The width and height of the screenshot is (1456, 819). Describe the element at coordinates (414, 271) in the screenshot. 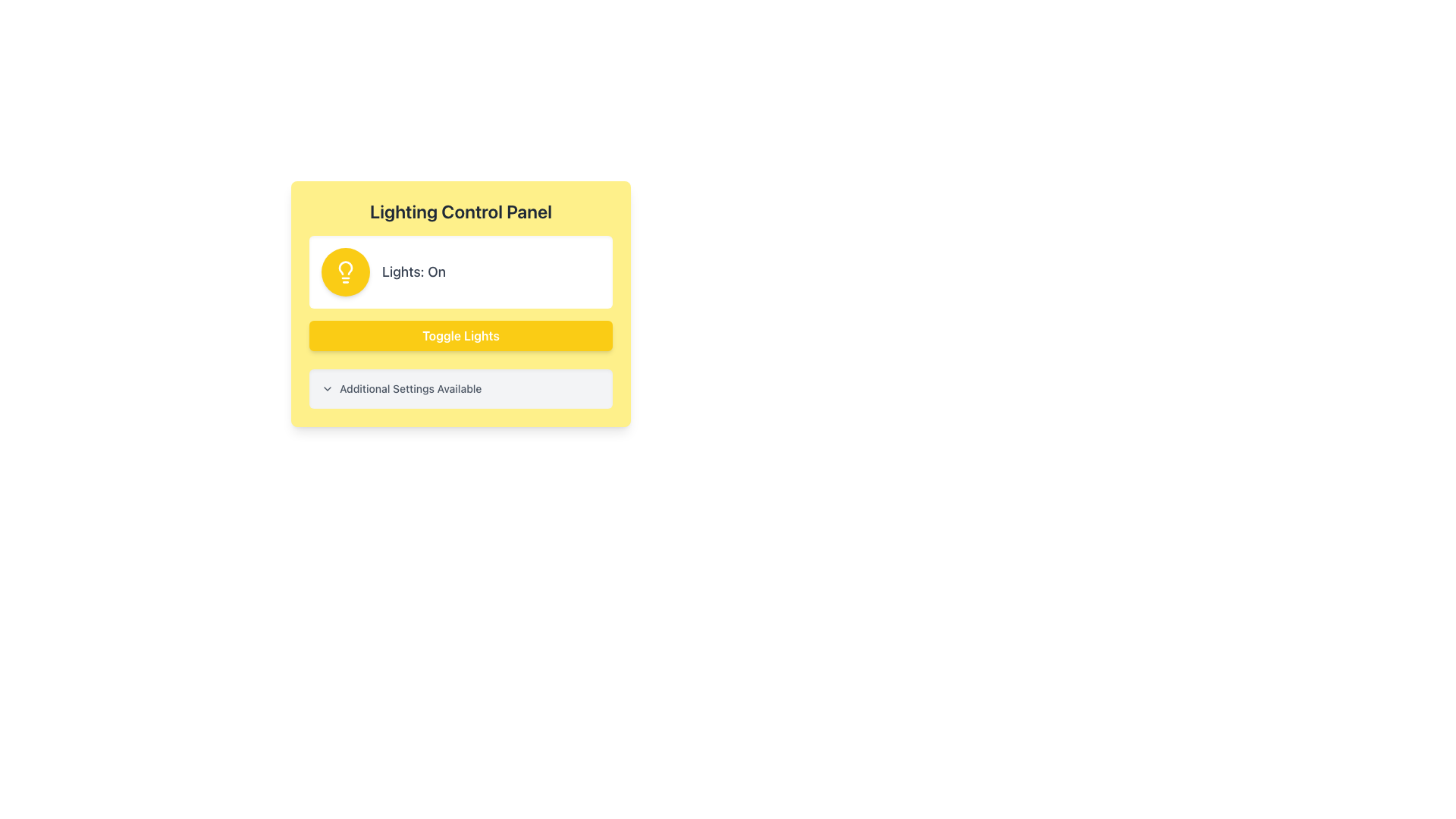

I see `the text label that indicates the current state of the lights ('On') located within the white rounded rectangle in the 'Lighting Control Panel', positioned to the right of a circular yellow icon with a lightbulb graphic` at that location.